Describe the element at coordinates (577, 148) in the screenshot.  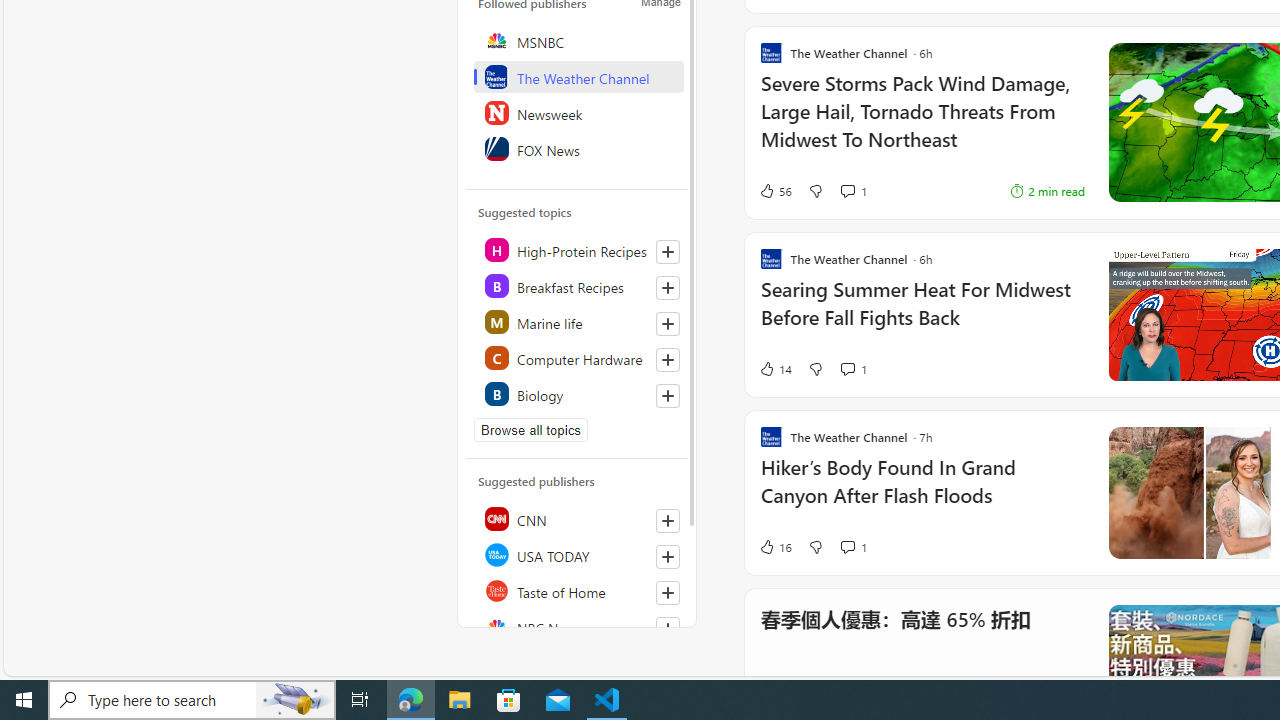
I see `'FOX News'` at that location.